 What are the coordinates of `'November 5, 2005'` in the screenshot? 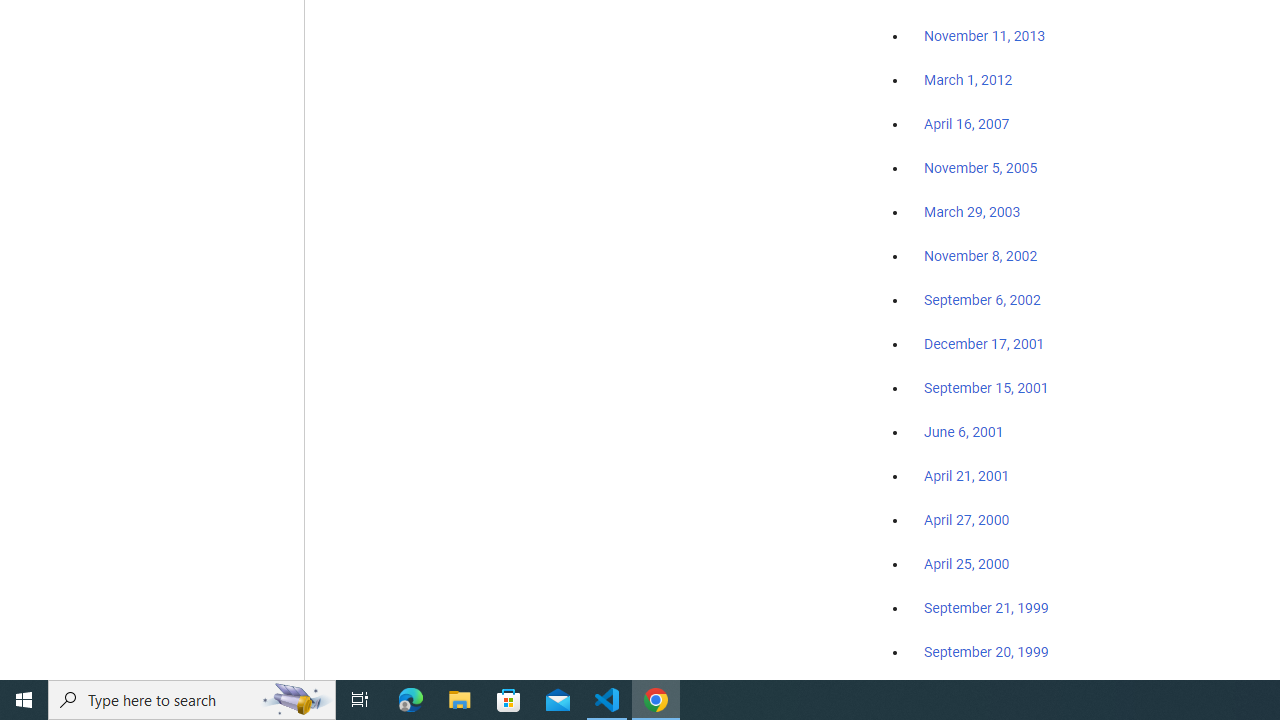 It's located at (981, 167).